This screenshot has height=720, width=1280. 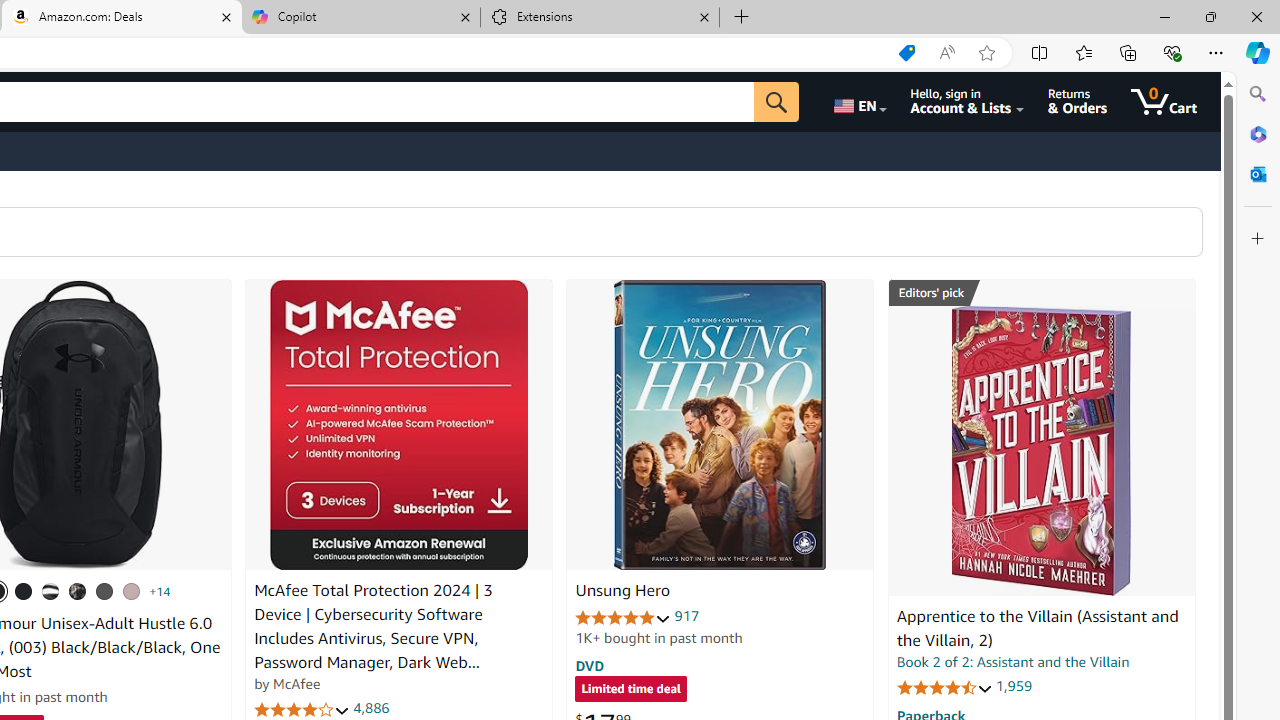 I want to click on 'Book 2 of 2: Assistant and the Villain', so click(x=1013, y=662).